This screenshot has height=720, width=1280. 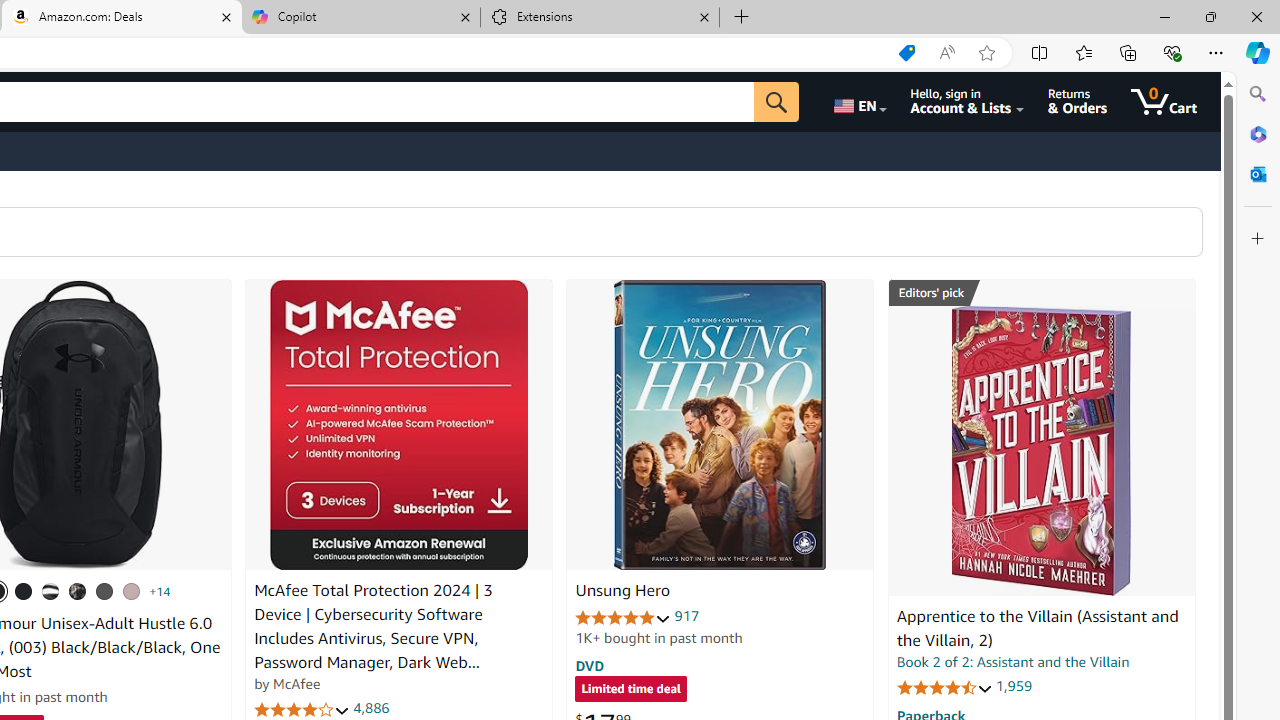 I want to click on 'Book 2 of 2: Assistant and the Villain', so click(x=1013, y=662).